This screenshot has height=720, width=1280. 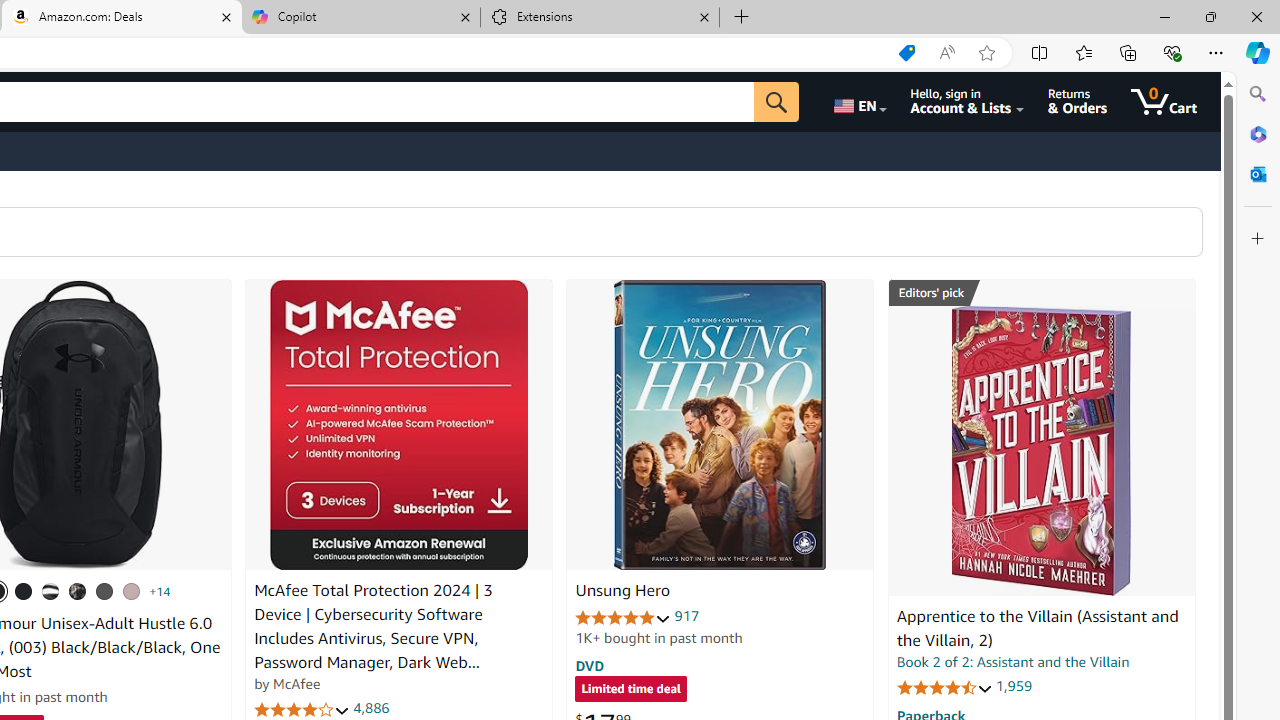 I want to click on 'Book 2 of 2: Assistant and the Villain', so click(x=1013, y=662).